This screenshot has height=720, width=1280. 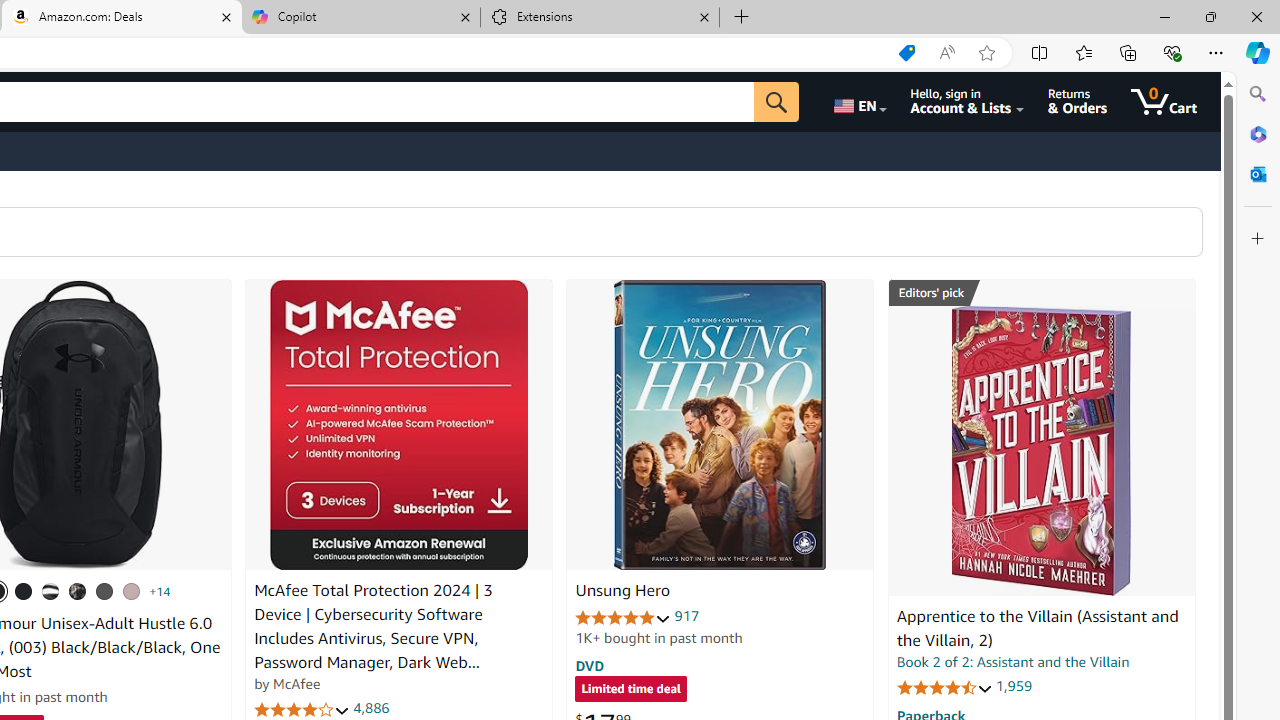 I want to click on 'Book 2 of 2: Assistant and the Villain', so click(x=1013, y=662).